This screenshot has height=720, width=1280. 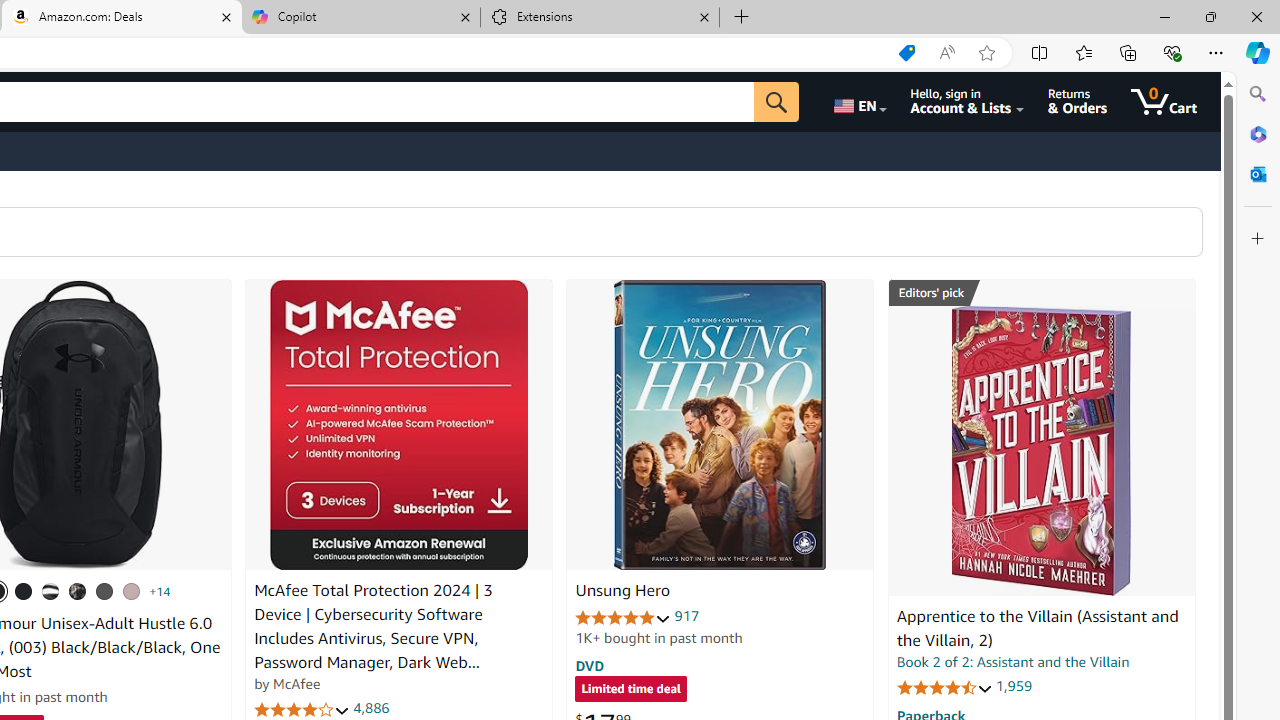 I want to click on 'Book 2 of 2: Assistant and the Villain', so click(x=1013, y=662).